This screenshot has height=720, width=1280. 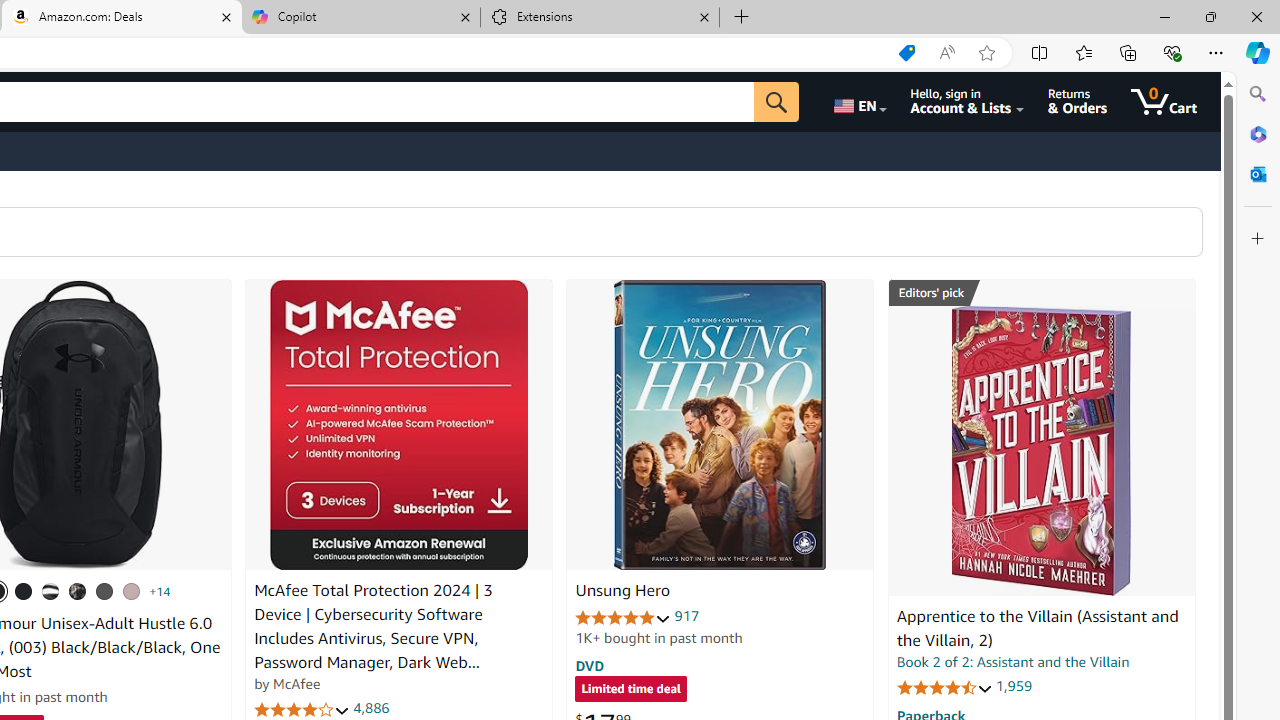 I want to click on 'Book 2 of 2: Assistant and the Villain', so click(x=1013, y=662).